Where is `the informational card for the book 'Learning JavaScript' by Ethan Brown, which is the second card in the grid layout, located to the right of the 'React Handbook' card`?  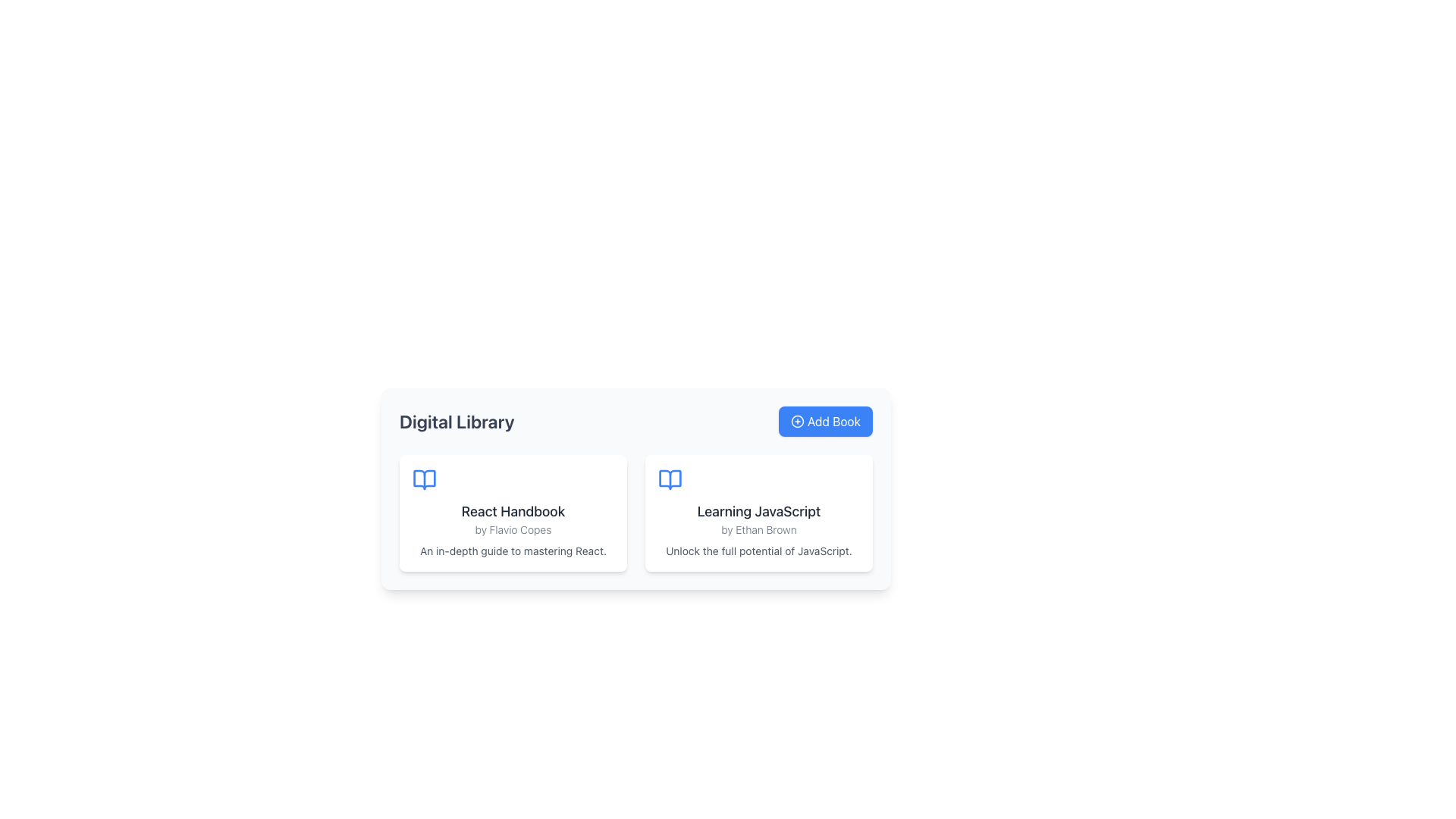 the informational card for the book 'Learning JavaScript' by Ethan Brown, which is the second card in the grid layout, located to the right of the 'React Handbook' card is located at coordinates (759, 513).